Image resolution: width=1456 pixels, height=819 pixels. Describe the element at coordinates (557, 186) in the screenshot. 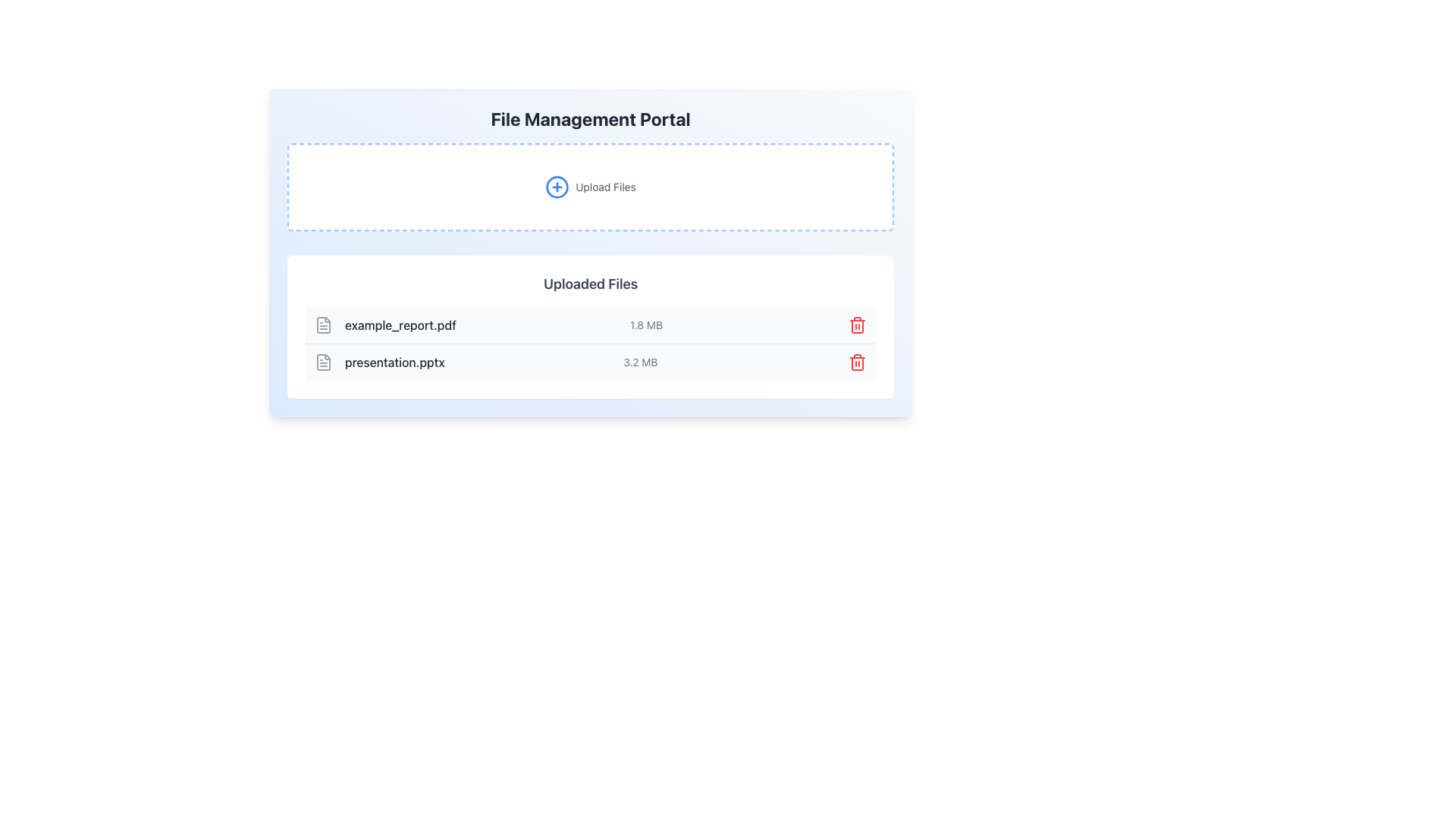

I see `the central blue circle graphic within the icon design located above the list of uploaded files` at that location.